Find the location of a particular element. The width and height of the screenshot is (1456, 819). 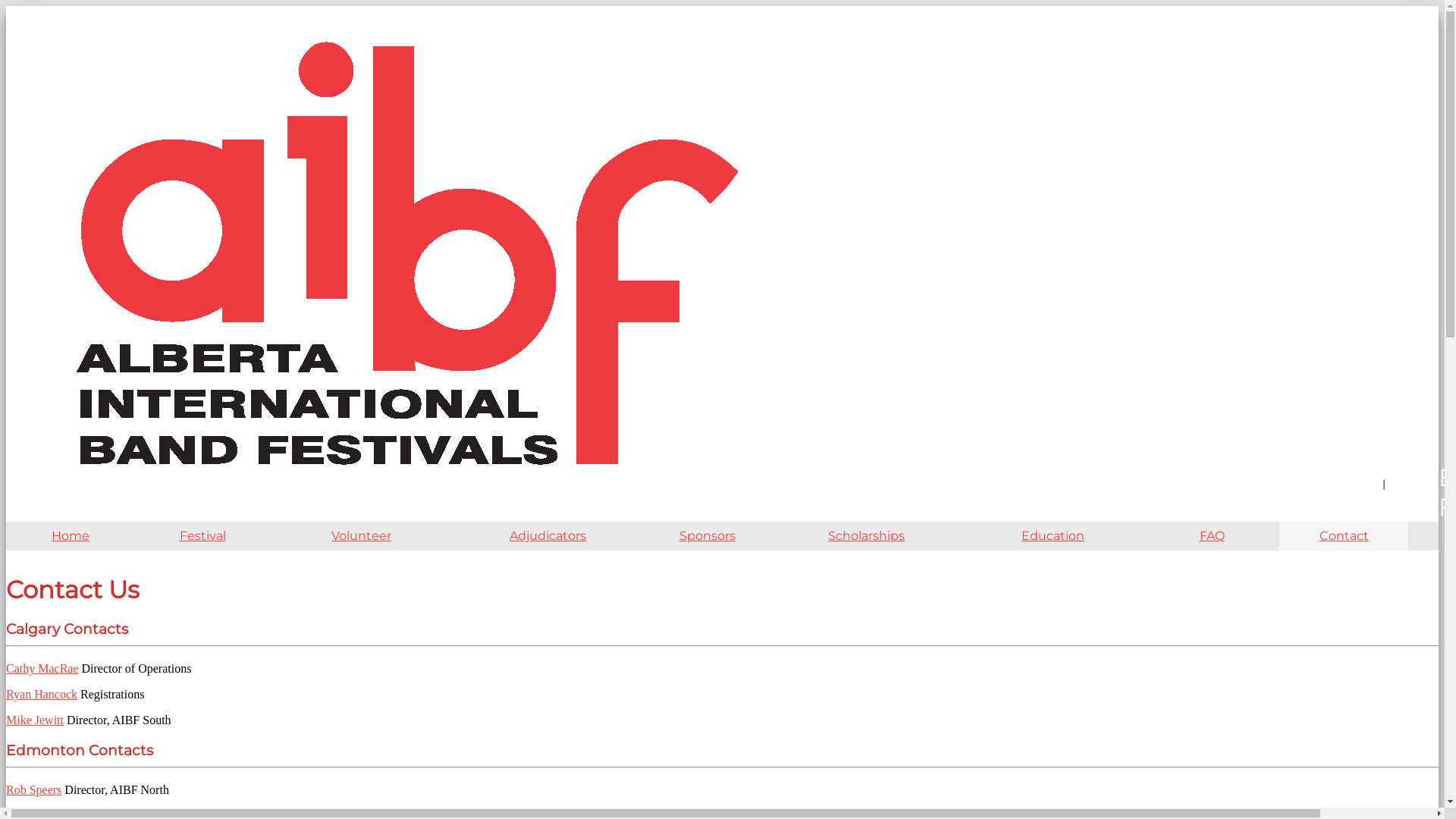

'Ryan Hancock' is located at coordinates (6, 694).